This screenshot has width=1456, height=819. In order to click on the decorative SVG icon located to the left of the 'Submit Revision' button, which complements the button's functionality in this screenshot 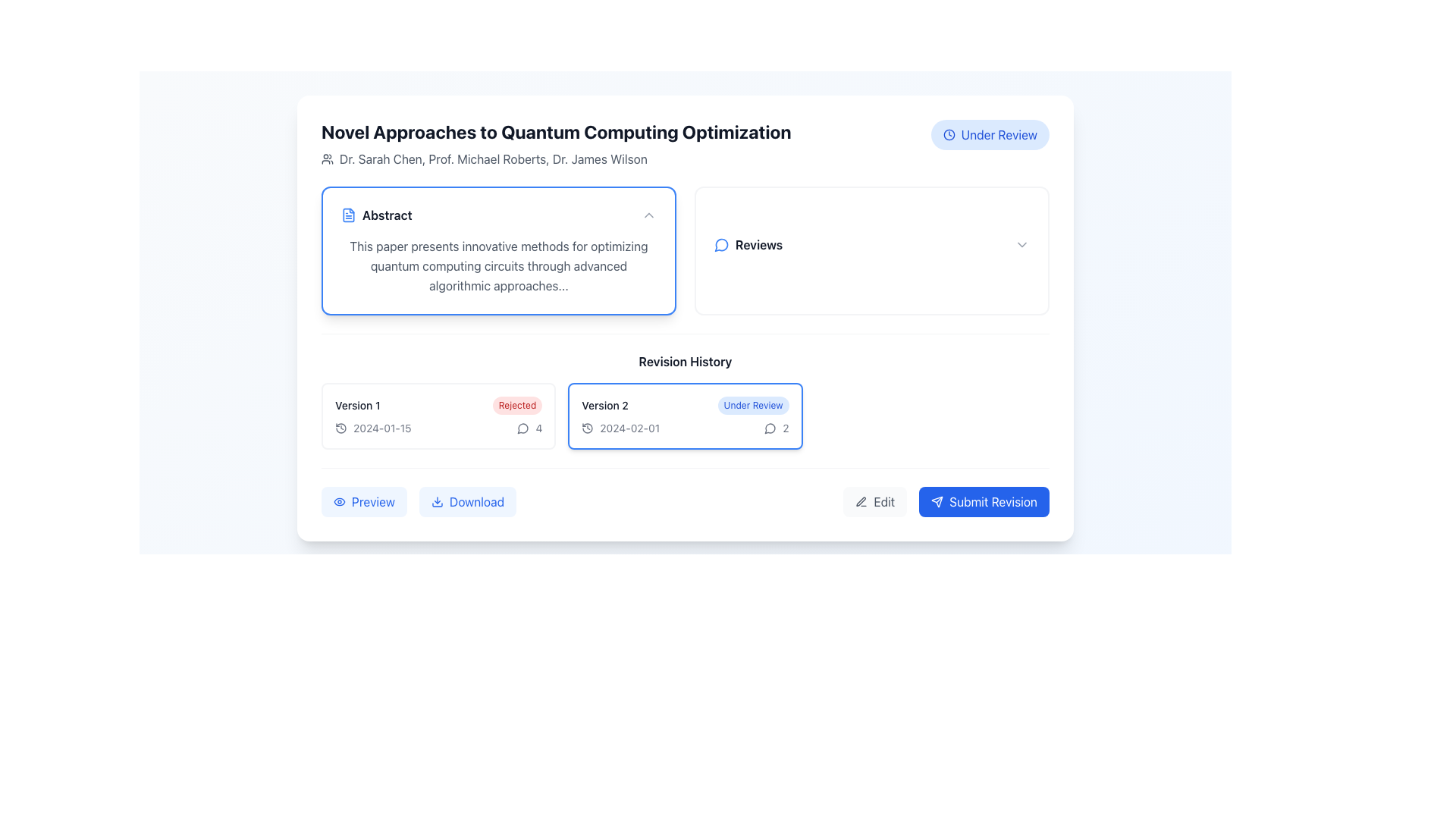, I will do `click(937, 502)`.